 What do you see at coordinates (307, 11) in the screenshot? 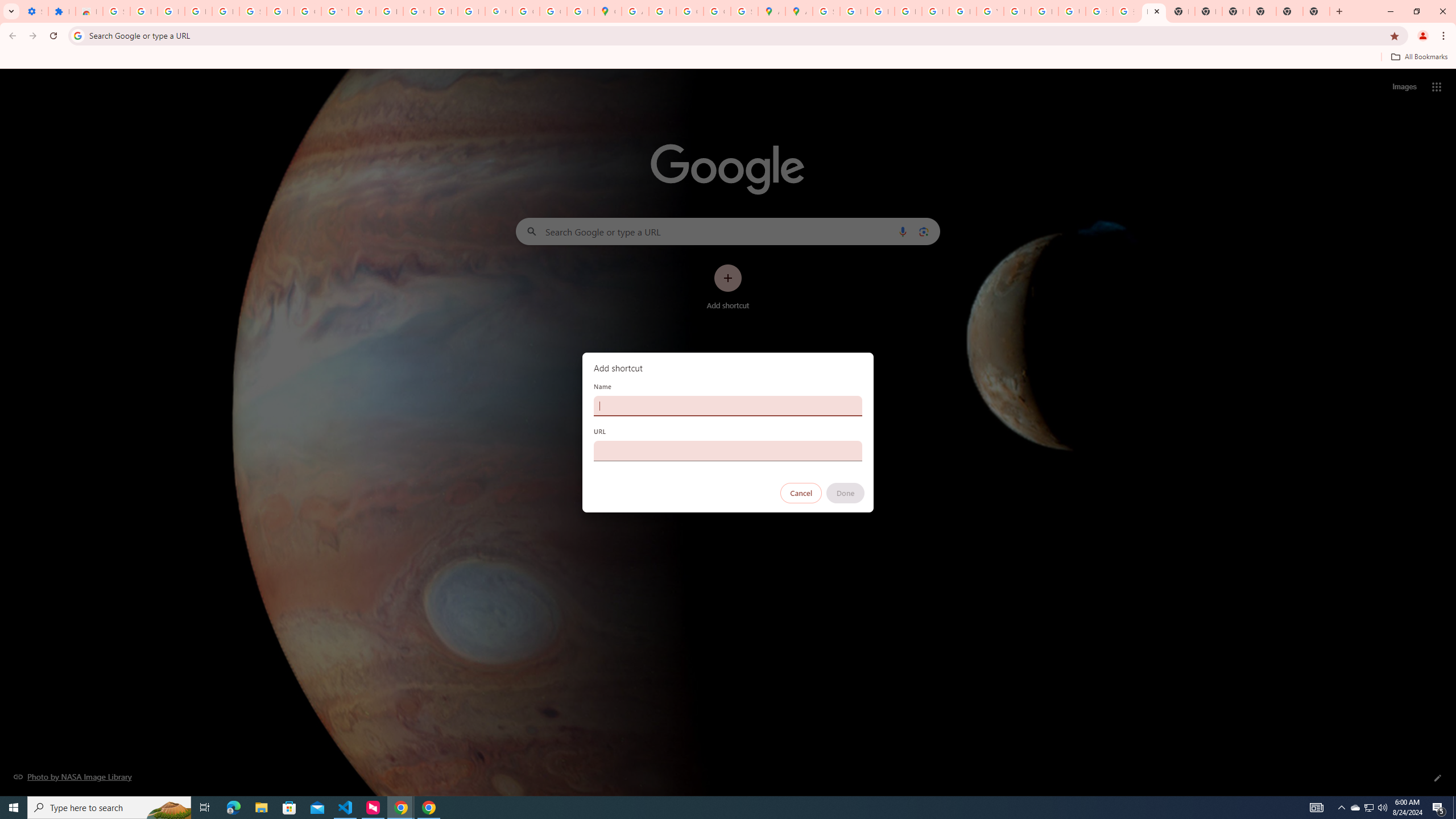
I see `'Google Account'` at bounding box center [307, 11].